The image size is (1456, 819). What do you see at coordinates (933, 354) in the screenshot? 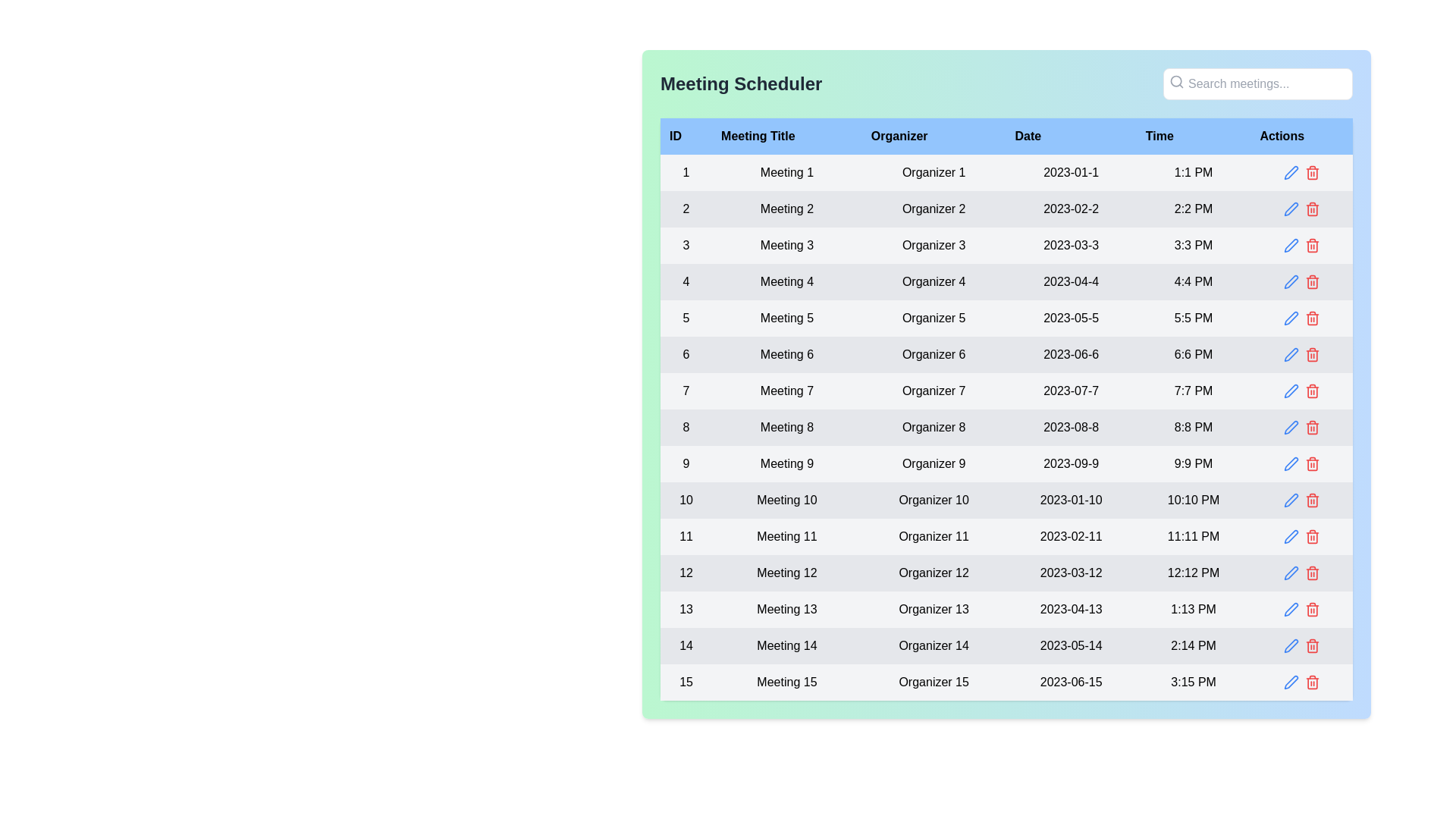
I see `text displayed within the Organizer cell of the sixth meeting entry in the data table, located in the third column of the sixth row` at bounding box center [933, 354].